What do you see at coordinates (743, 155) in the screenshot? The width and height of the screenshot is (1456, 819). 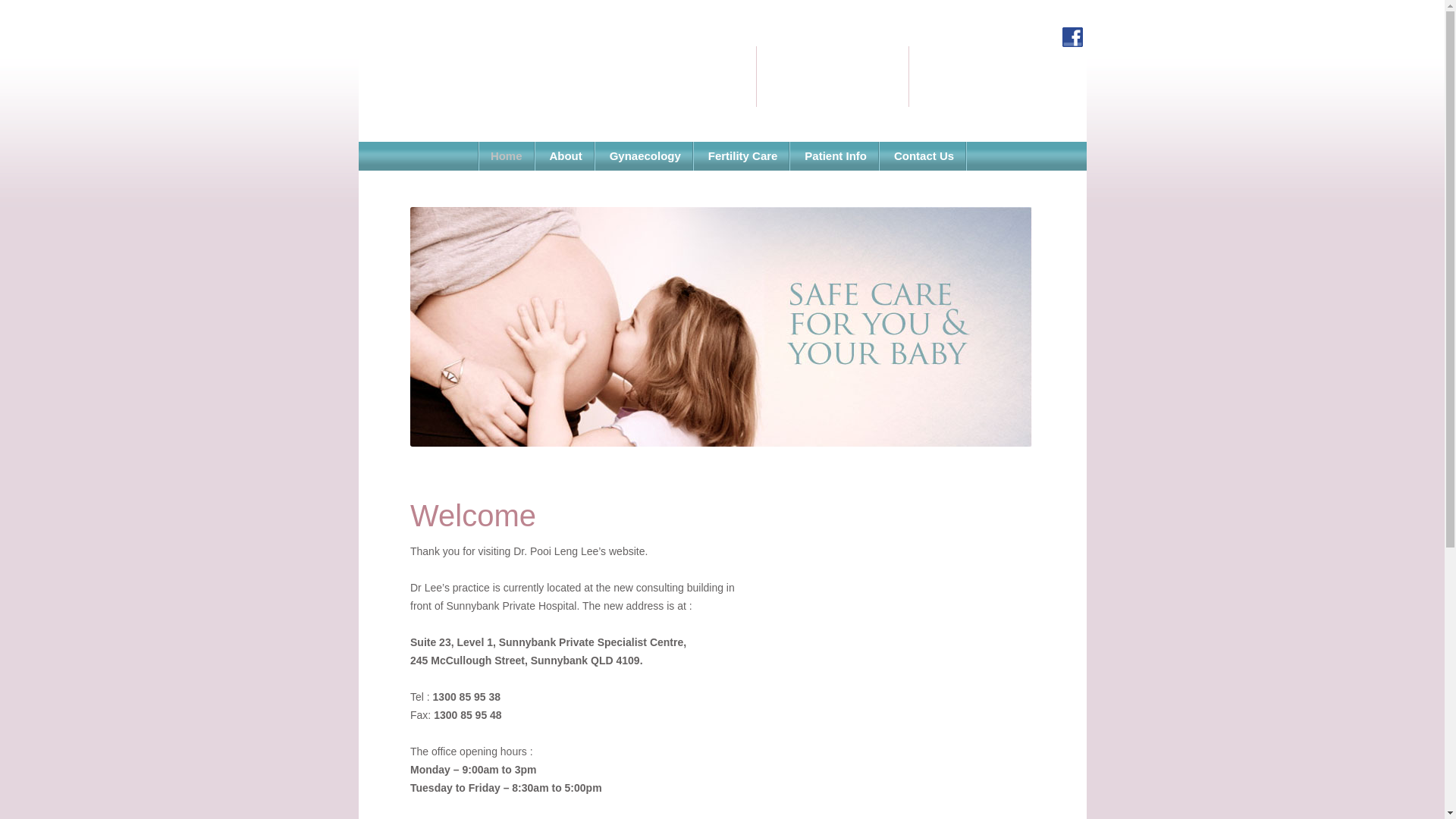 I see `'Fertility Care'` at bounding box center [743, 155].